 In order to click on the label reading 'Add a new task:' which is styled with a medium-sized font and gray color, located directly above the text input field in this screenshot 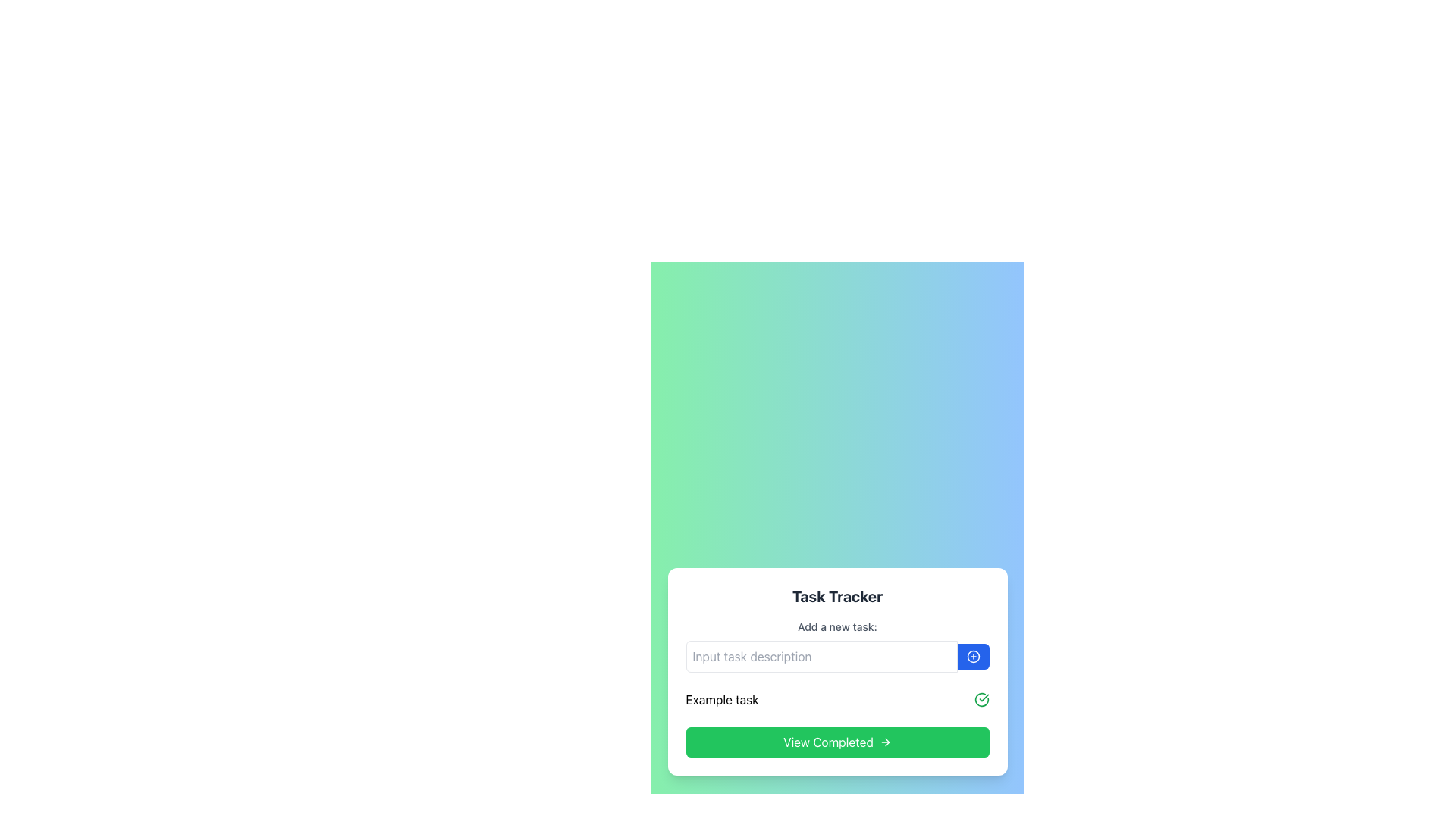, I will do `click(836, 626)`.